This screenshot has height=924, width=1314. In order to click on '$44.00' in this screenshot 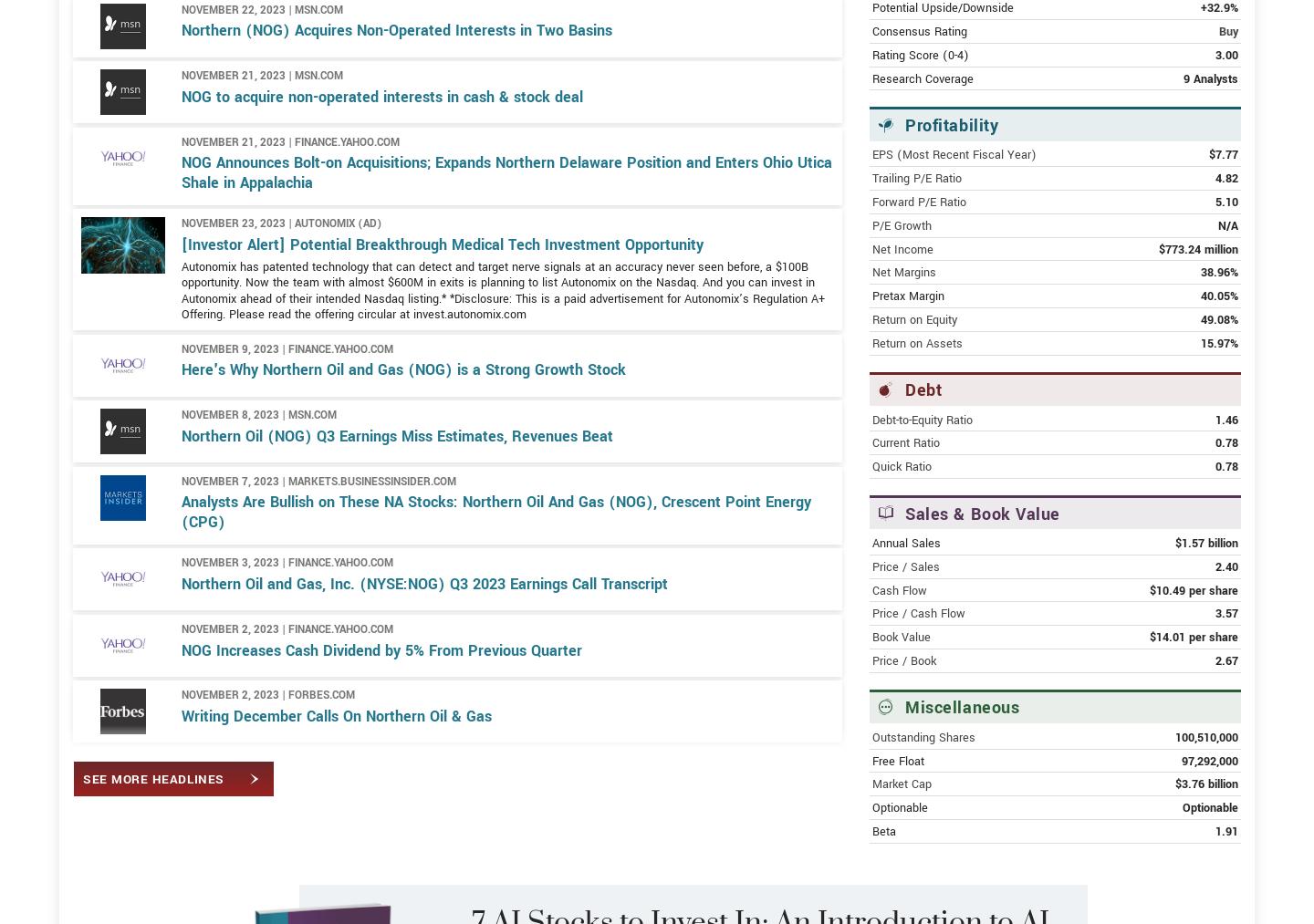, I will do `click(1202, 49)`.